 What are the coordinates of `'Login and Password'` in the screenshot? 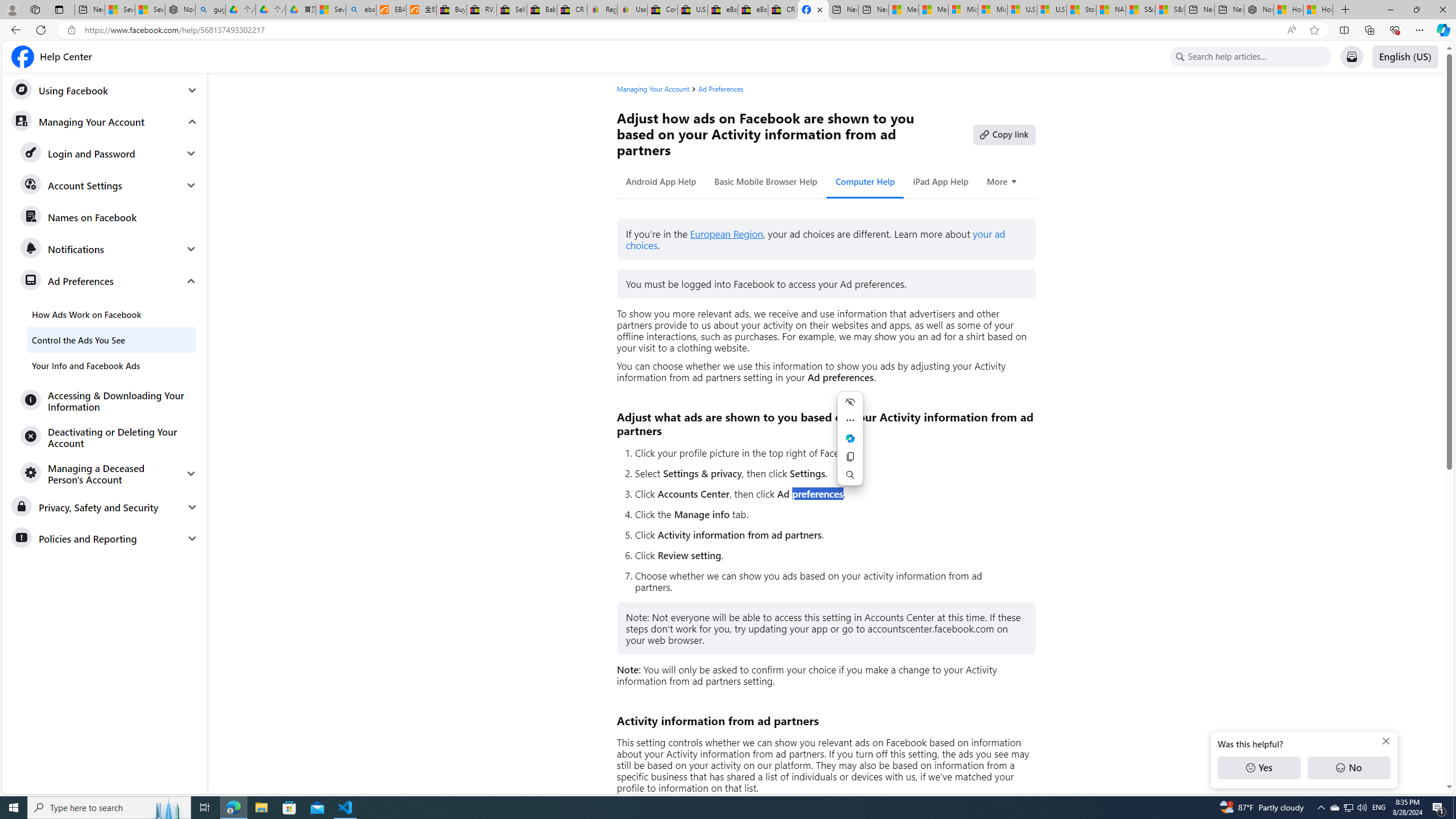 It's located at (109, 153).